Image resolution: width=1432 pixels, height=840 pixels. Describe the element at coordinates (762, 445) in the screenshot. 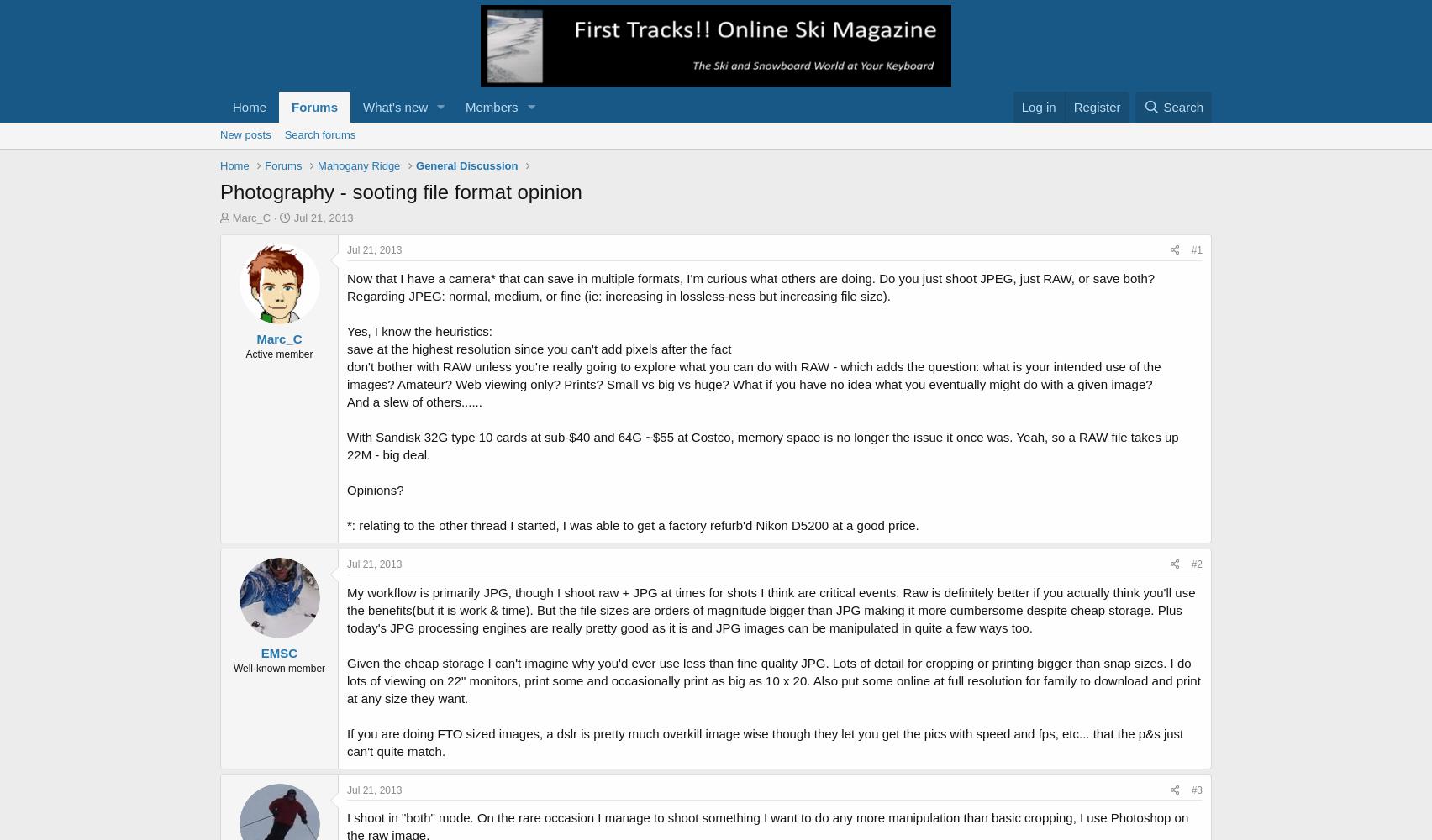

I see `'With Sandisk 32G type 10 cards at sub-$40 and 64G ~$55 at Costco, memory space is no longer the issue it once was. Yeah, so a RAW file takes up 22M - big deal.'` at that location.